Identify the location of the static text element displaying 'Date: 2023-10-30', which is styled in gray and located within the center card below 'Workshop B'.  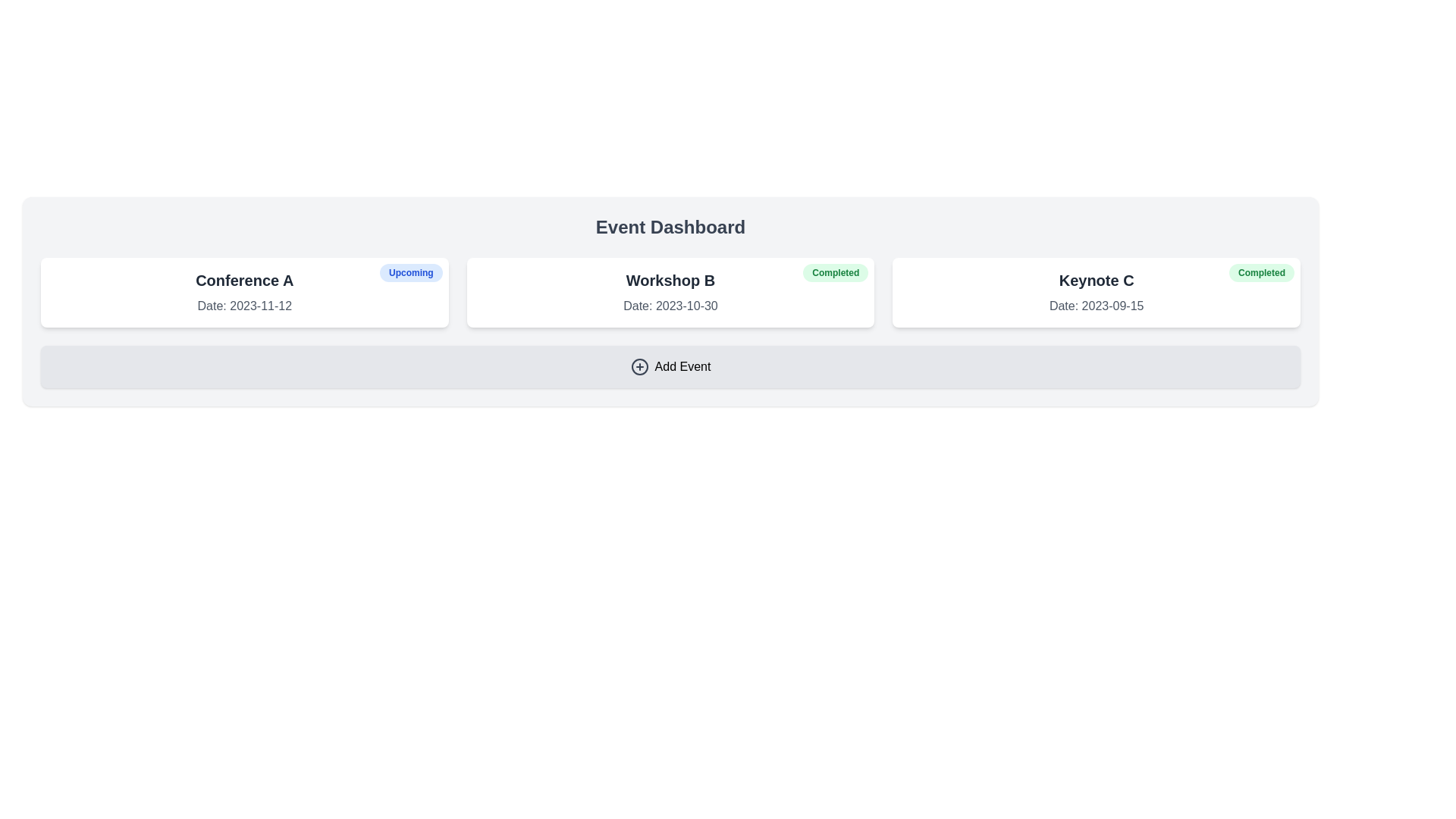
(670, 306).